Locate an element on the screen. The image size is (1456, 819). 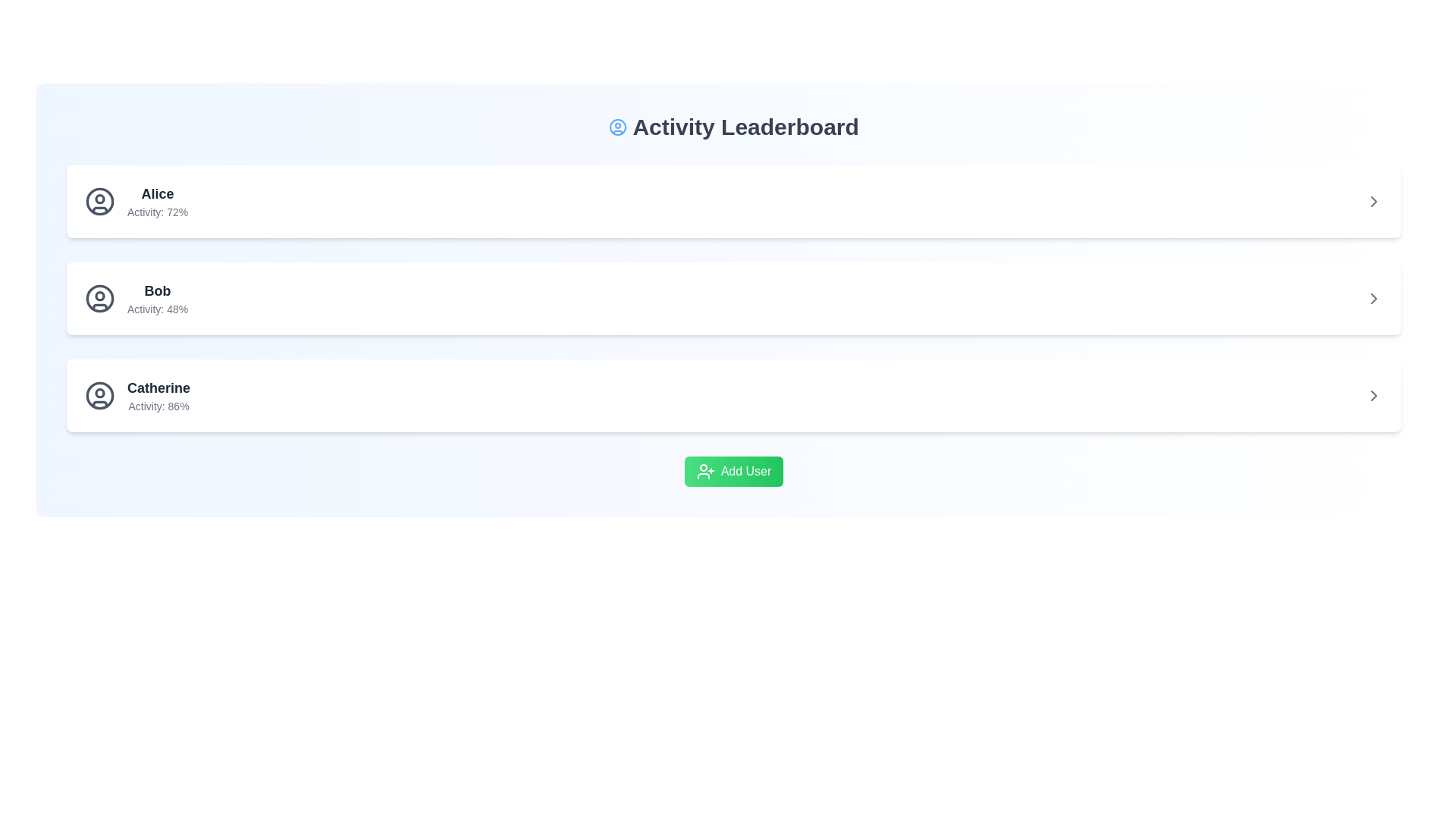
the second item in the Activity Leaderboard, which displays the name 'Bob' and includes a profile avatar and a chevron icon is located at coordinates (734, 298).